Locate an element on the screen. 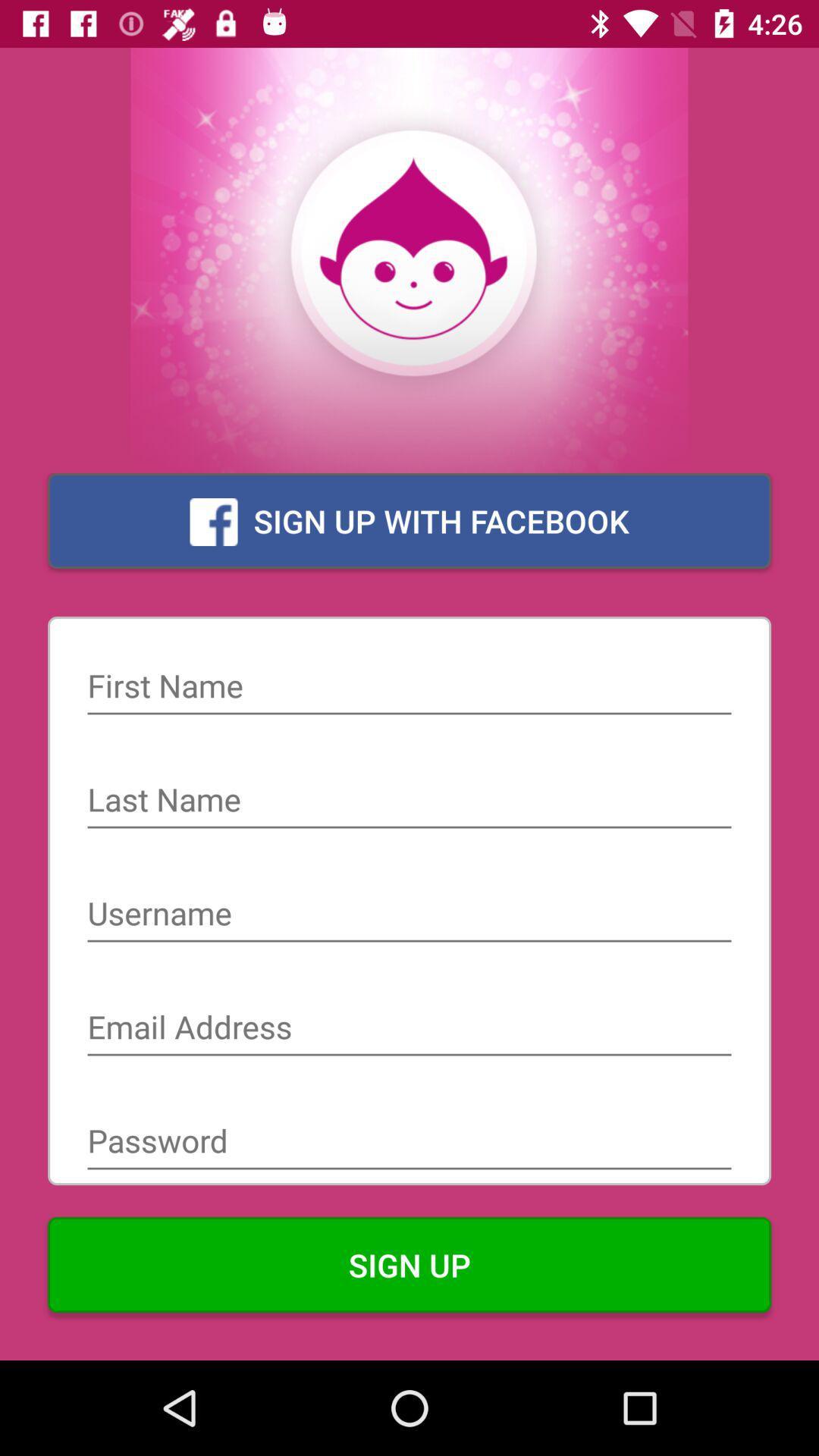 This screenshot has width=819, height=1456. password field is located at coordinates (409, 1143).